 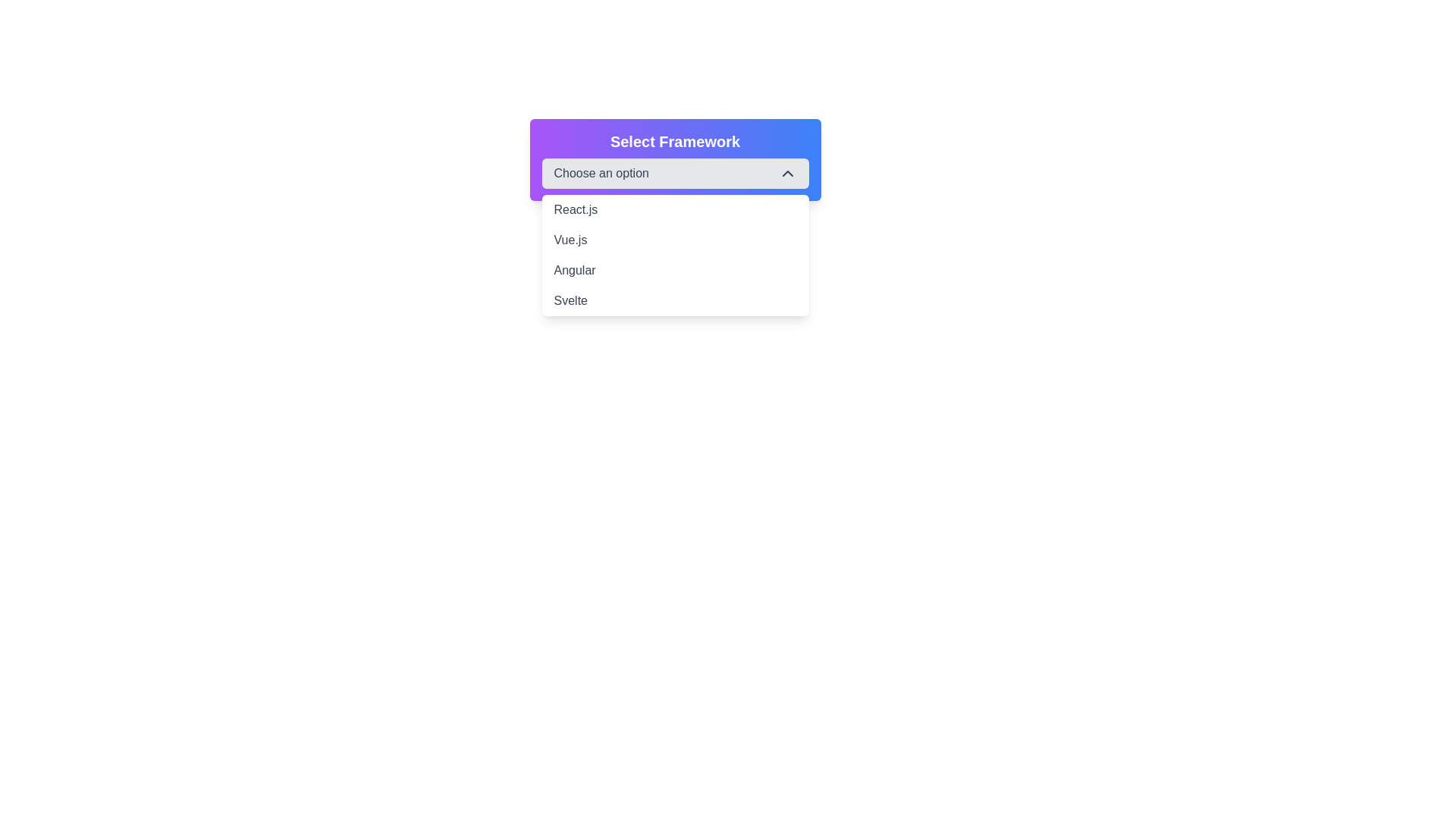 What do you see at coordinates (674, 210) in the screenshot?
I see `the 'React.js' list item in the dropdown menu` at bounding box center [674, 210].